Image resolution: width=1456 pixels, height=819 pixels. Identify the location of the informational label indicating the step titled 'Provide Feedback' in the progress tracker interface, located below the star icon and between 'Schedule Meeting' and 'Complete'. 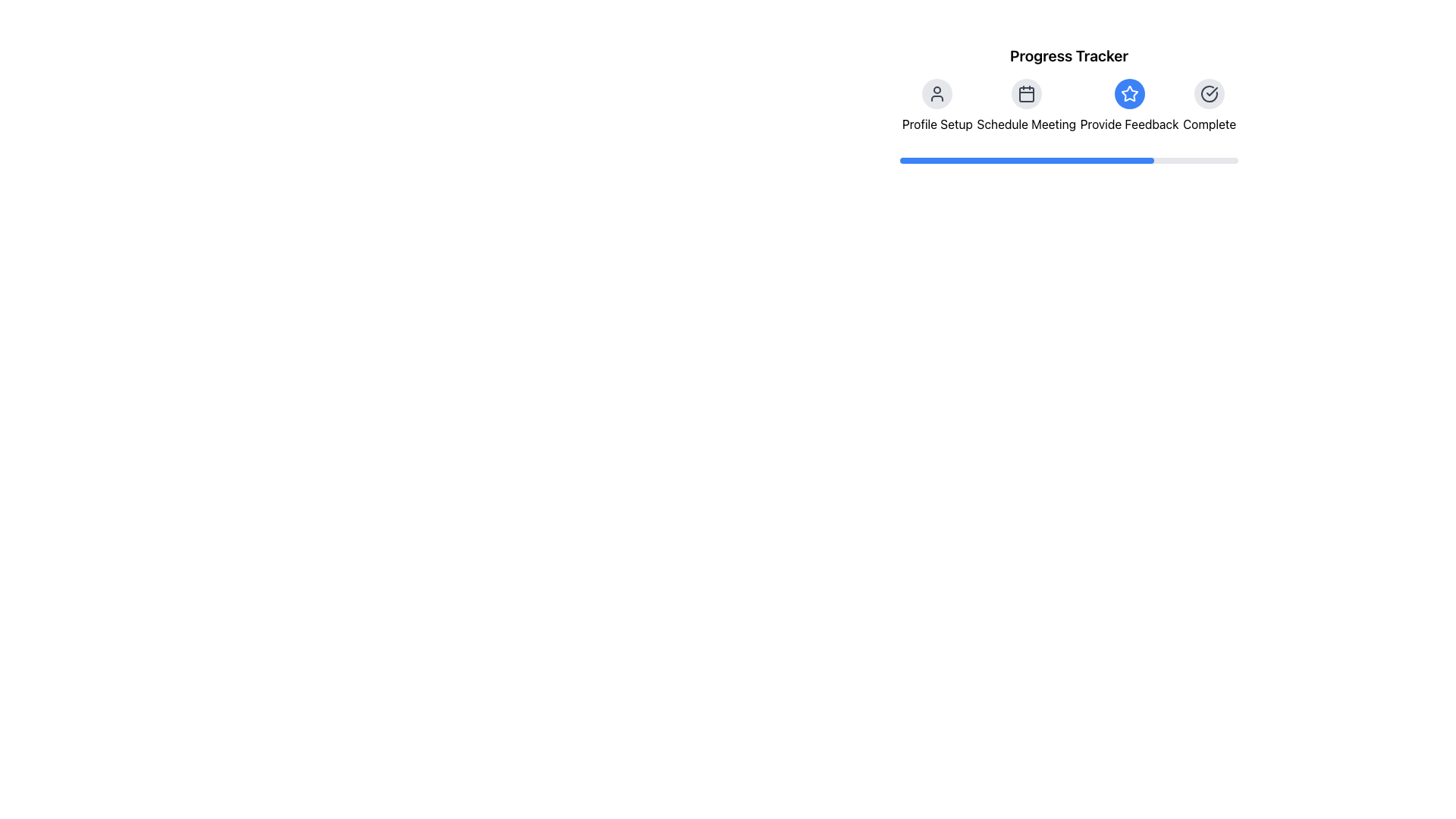
(1129, 124).